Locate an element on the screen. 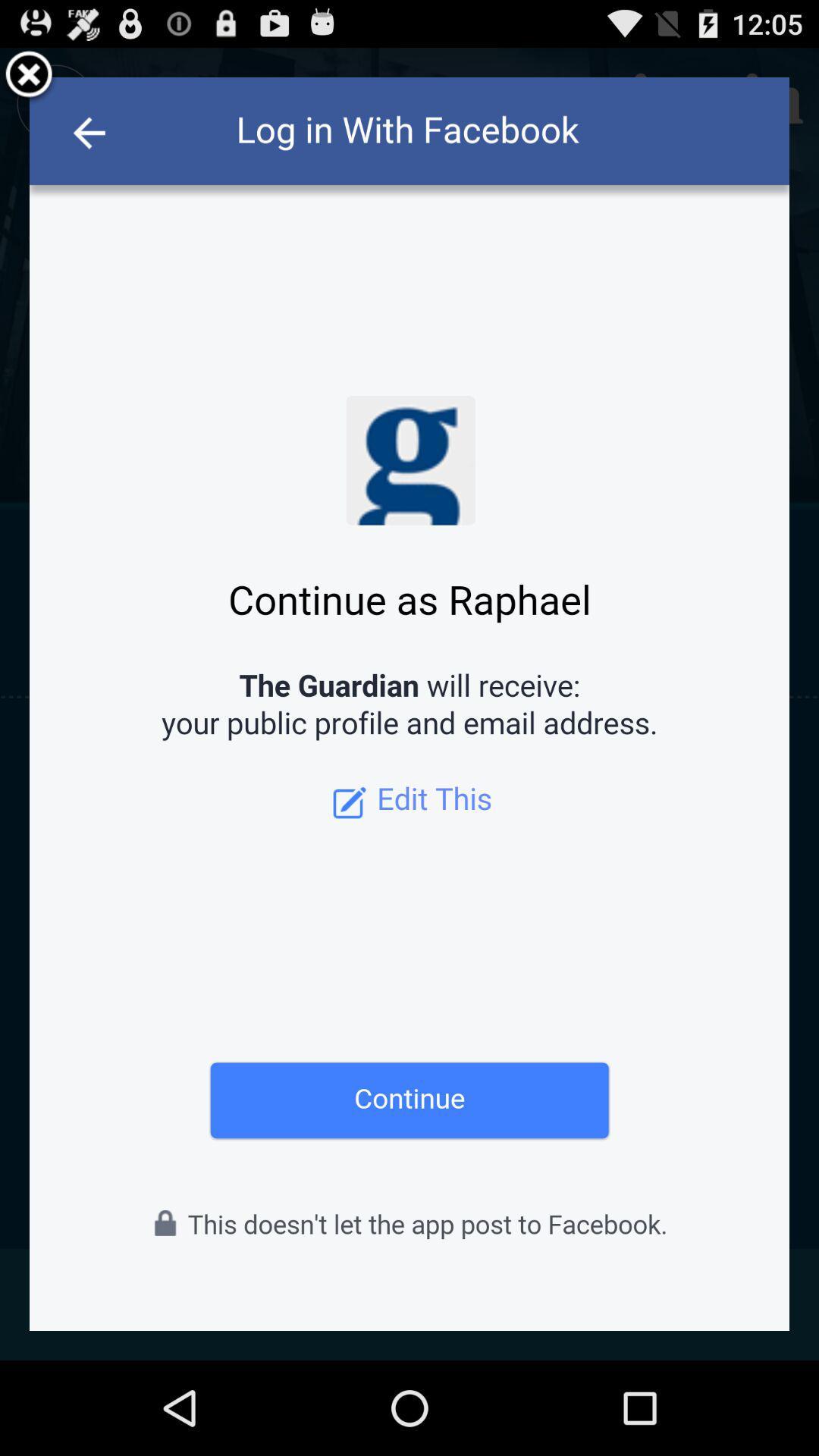  log in to facebook is located at coordinates (409, 703).